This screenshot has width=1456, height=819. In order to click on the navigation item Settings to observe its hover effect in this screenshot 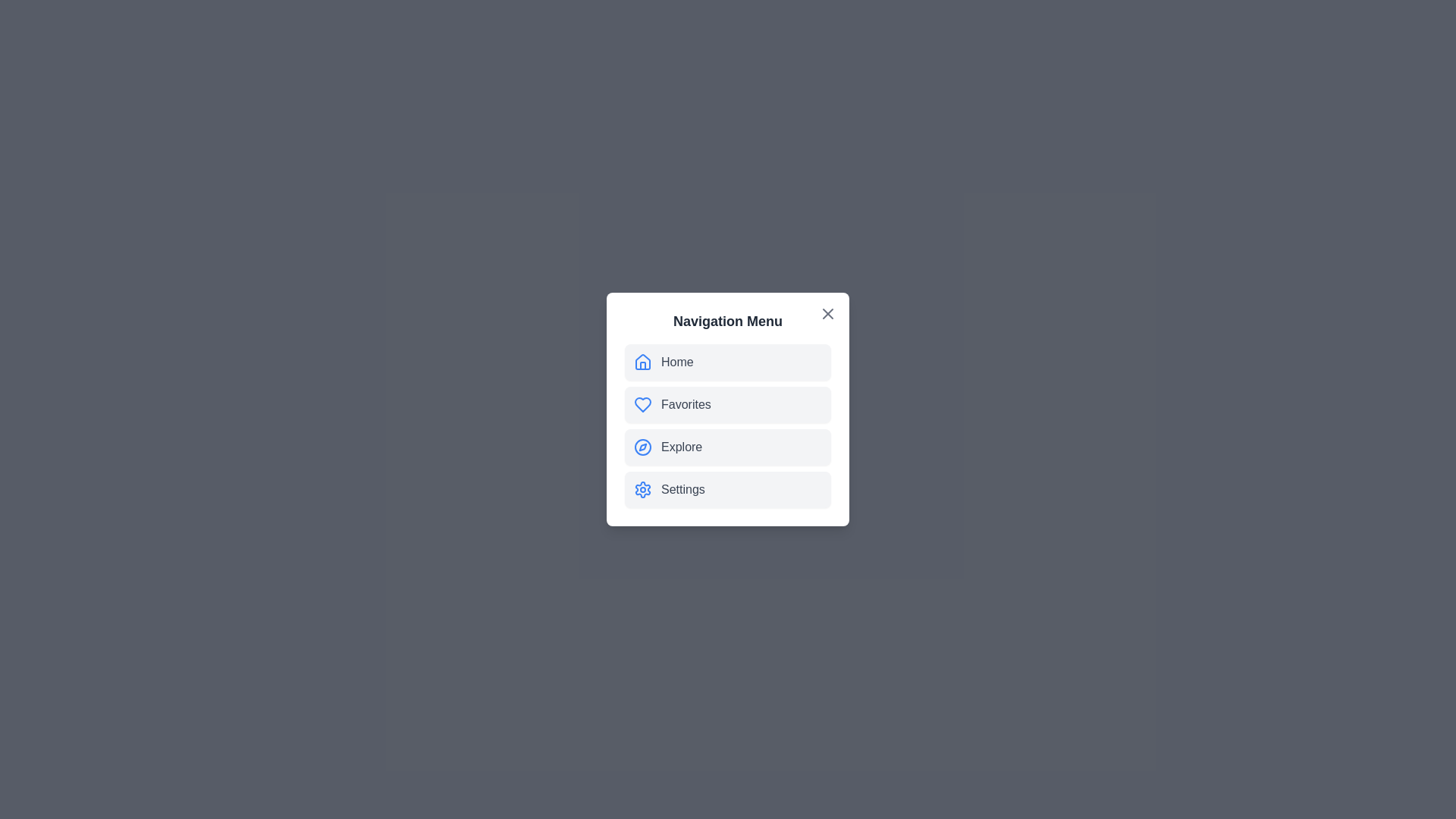, I will do `click(728, 489)`.